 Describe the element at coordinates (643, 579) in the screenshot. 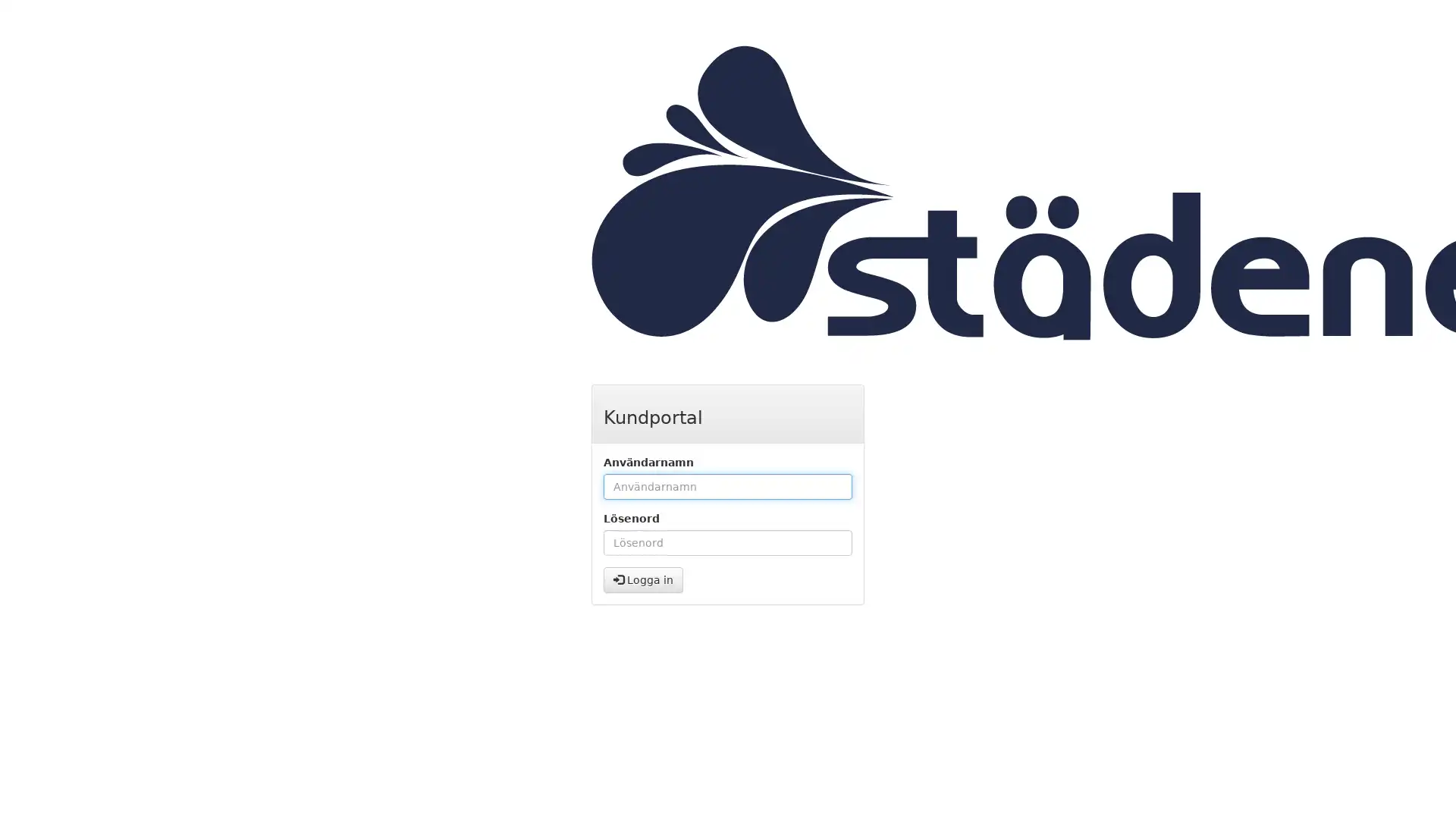

I see `Logga in` at that location.